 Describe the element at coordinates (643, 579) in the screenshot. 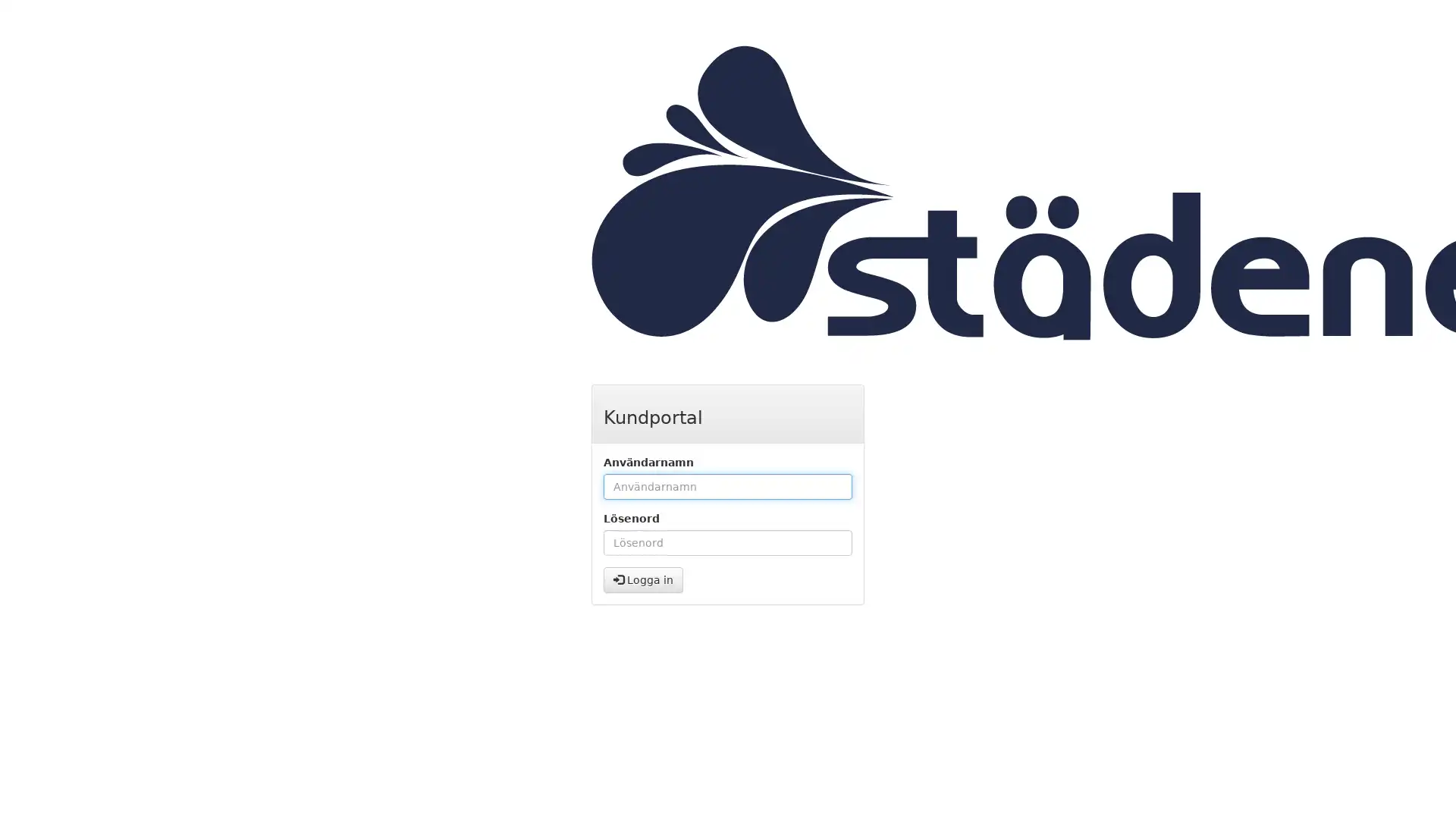

I see `Logga in` at that location.